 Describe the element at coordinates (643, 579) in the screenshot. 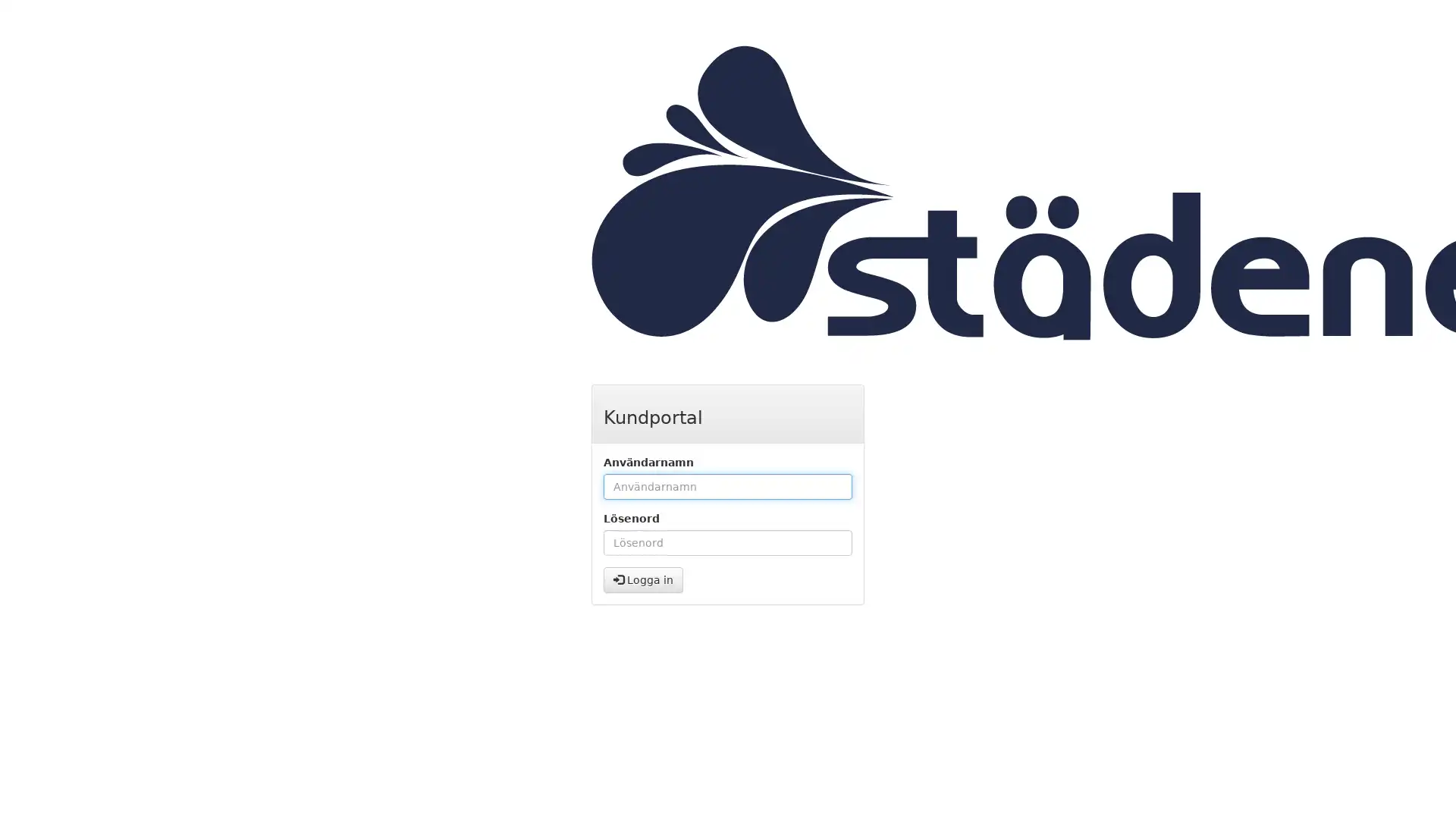

I see `Logga in` at that location.